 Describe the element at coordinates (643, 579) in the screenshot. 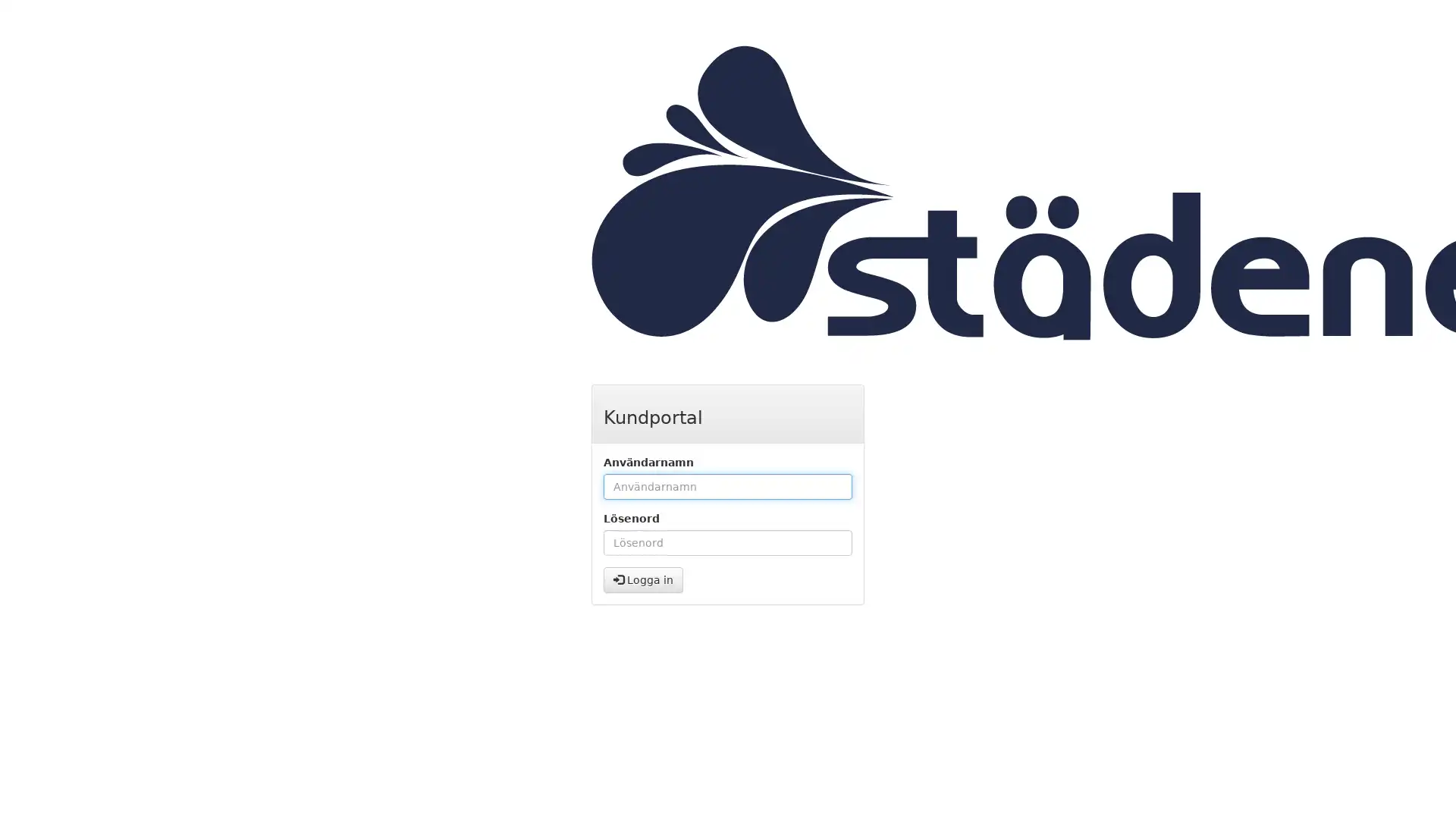

I see `Logga in` at that location.